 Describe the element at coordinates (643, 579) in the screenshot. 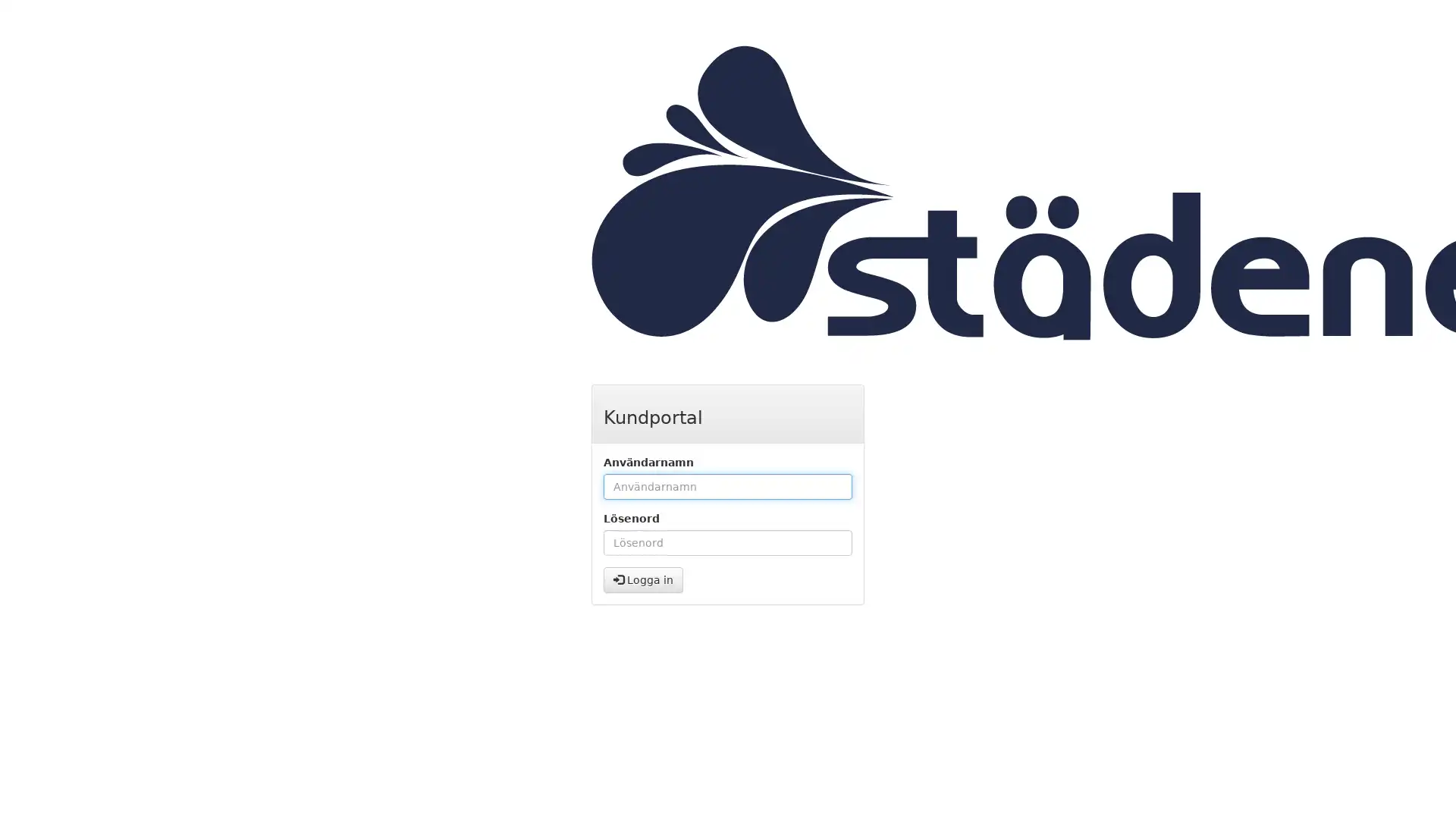

I see `Logga in` at that location.